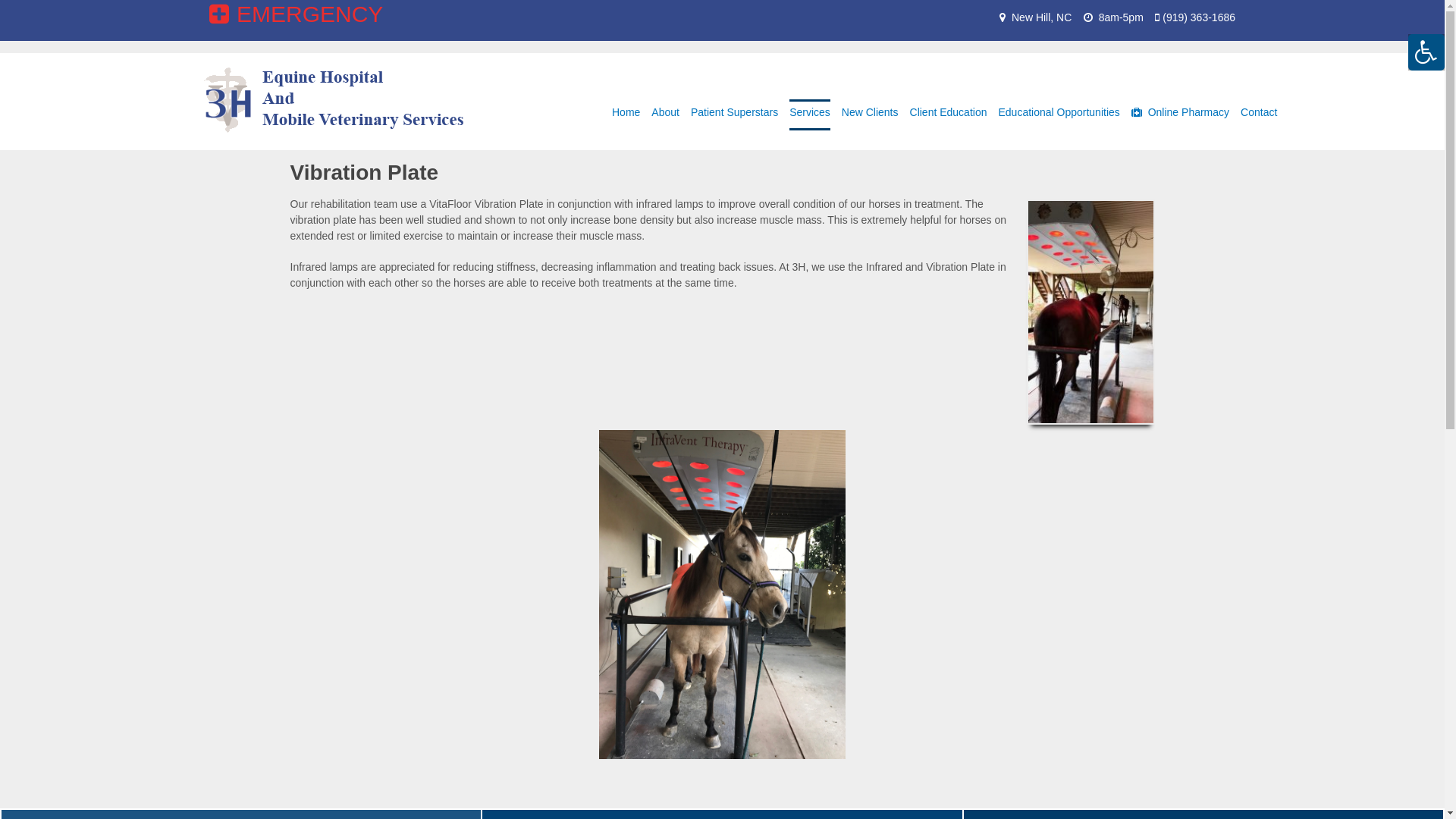 The width and height of the screenshot is (1456, 819). I want to click on 'EMERGENCY', so click(208, 14).